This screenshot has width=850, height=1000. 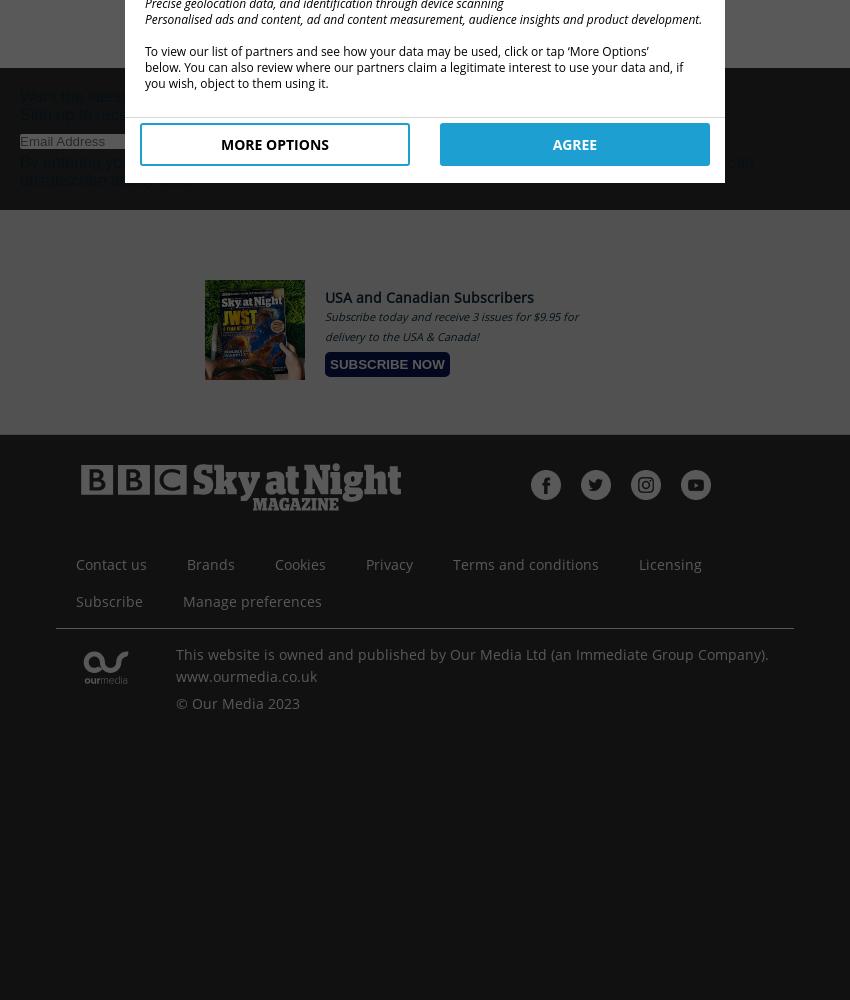 I want to click on 'Sign up to receive our free newsletter!', so click(x=154, y=113).